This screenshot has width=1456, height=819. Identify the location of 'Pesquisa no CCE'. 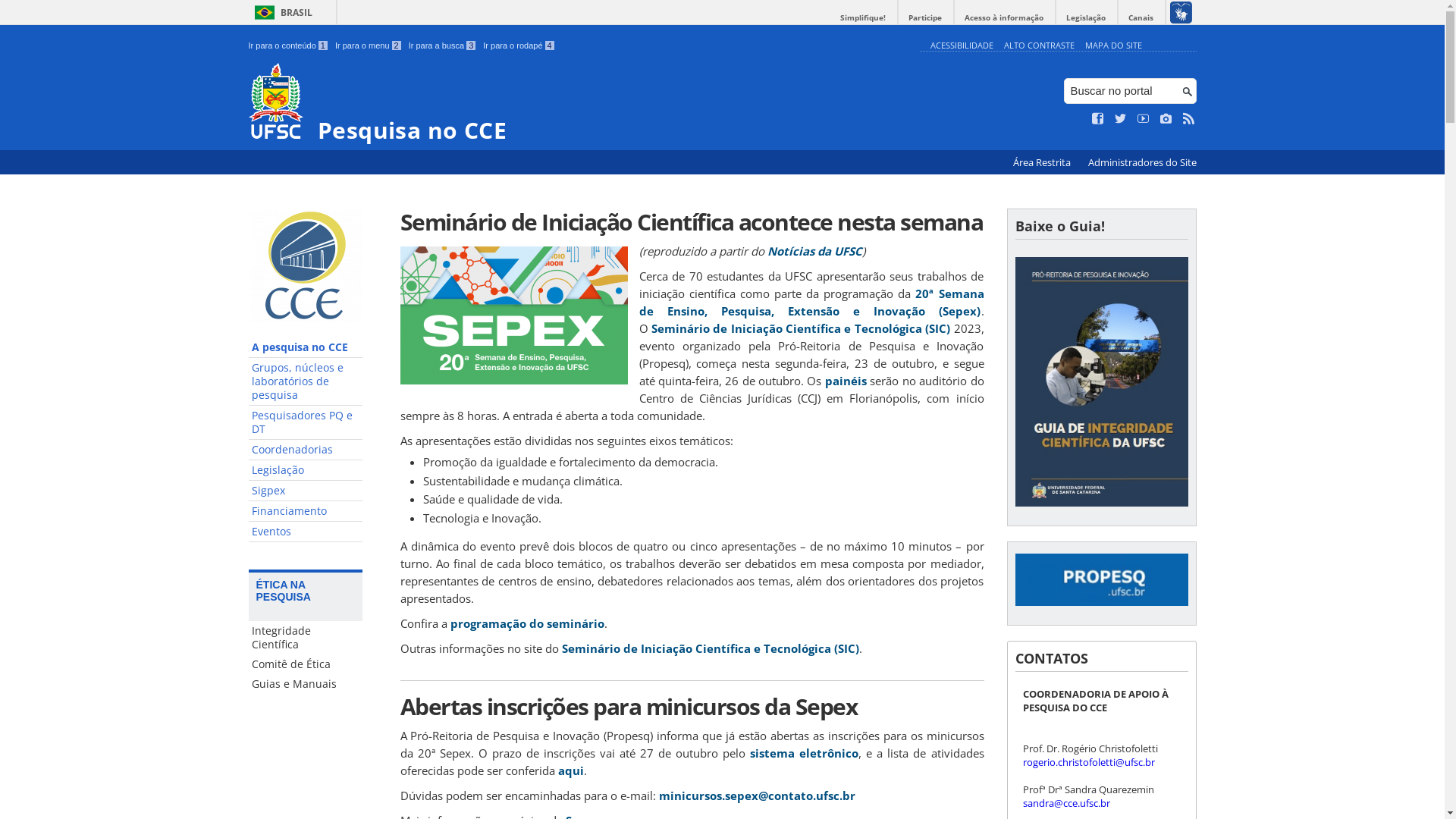
(248, 102).